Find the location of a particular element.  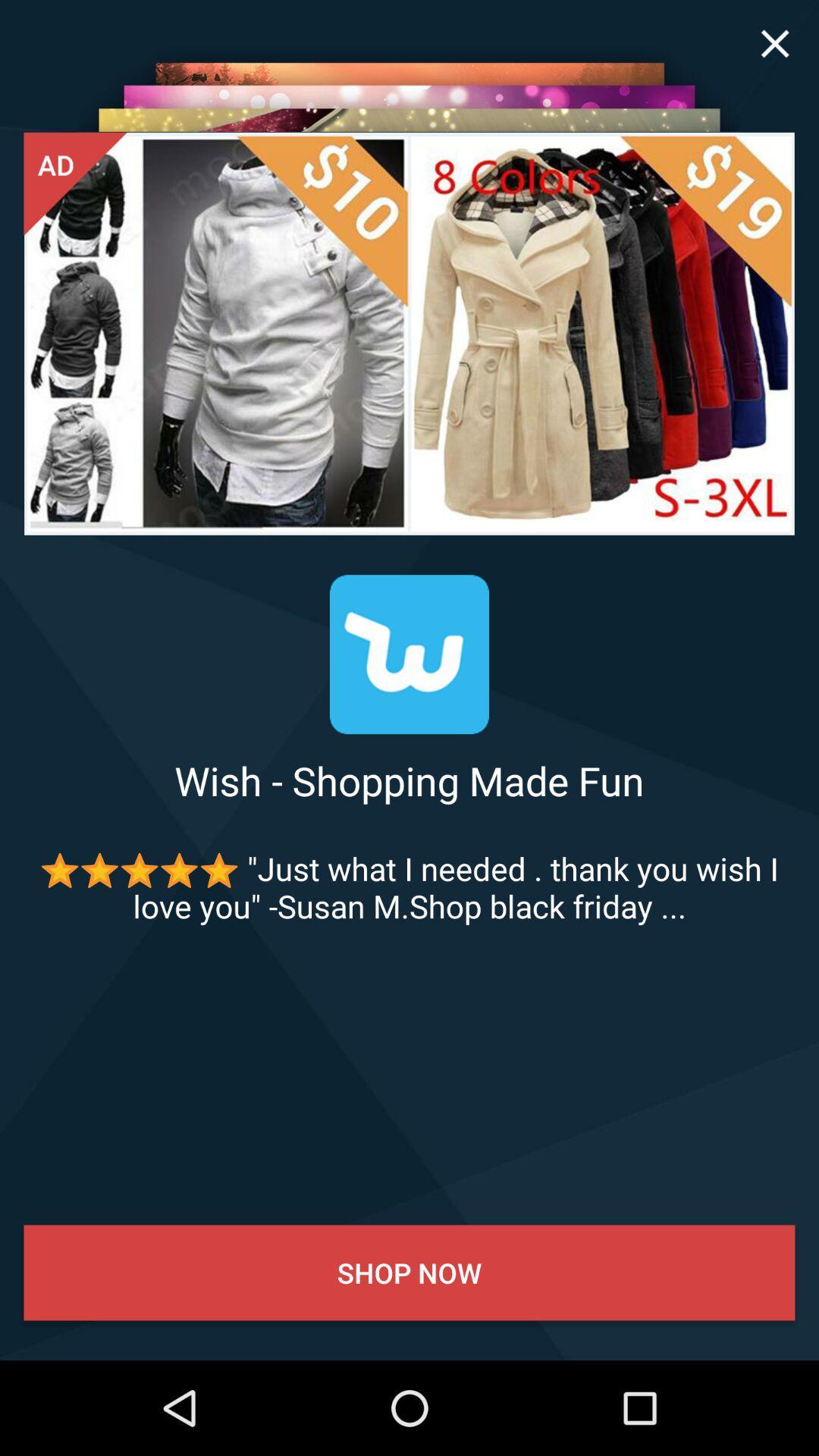

the just what i item is located at coordinates (409, 887).